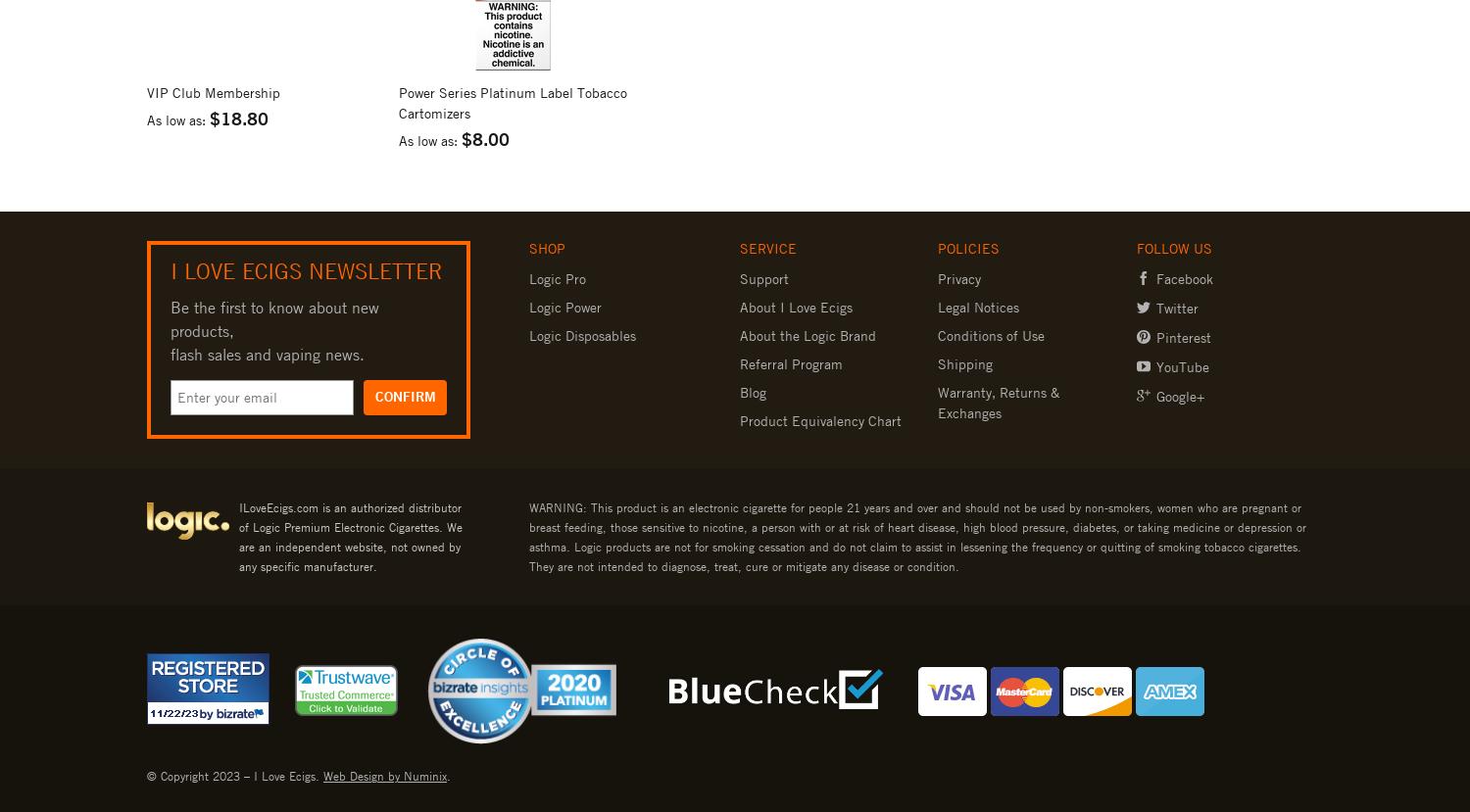  Describe the element at coordinates (556, 276) in the screenshot. I see `'Logic Pro'` at that location.